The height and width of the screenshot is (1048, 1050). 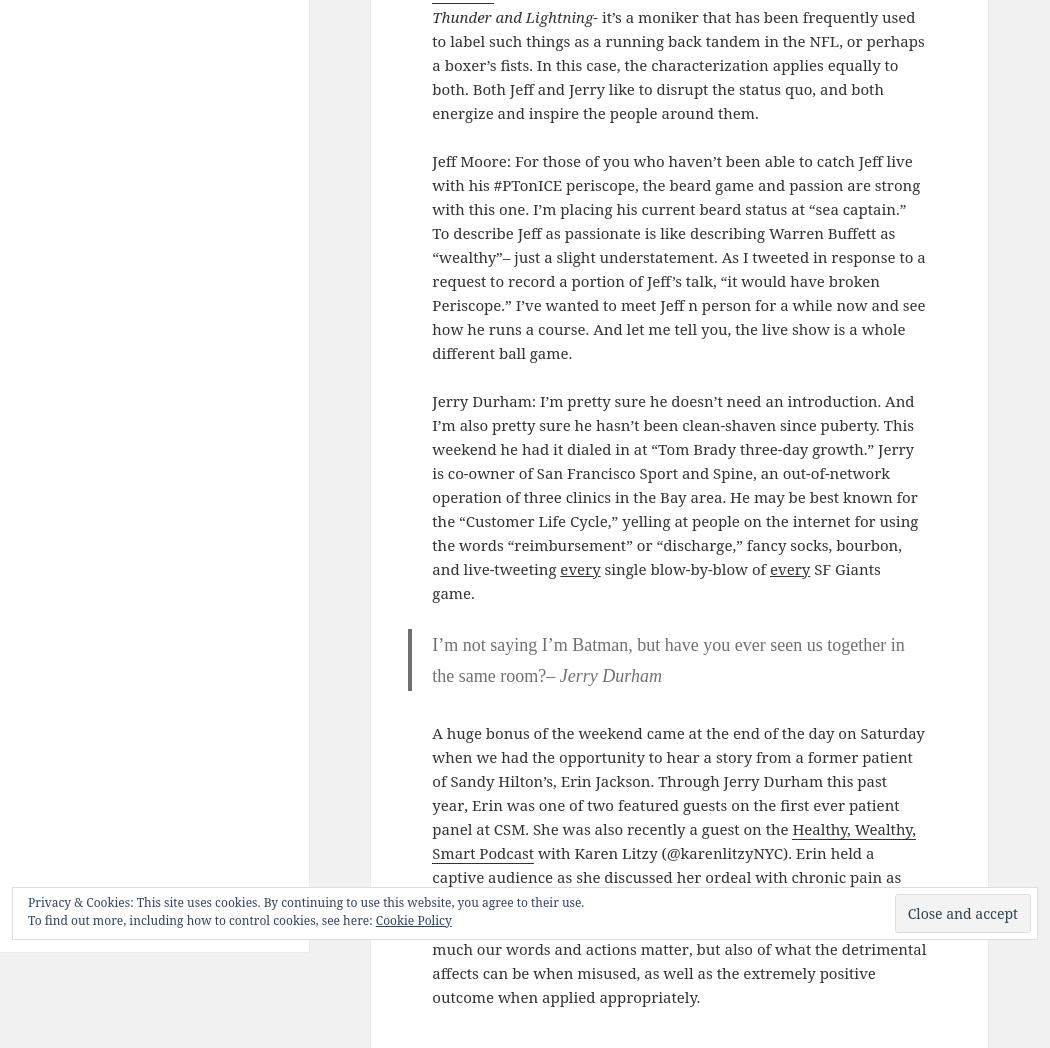 I want to click on 'Jerry Durham: I’m pretty sure he doesn’t need an introduction. And I’m also pretty sure he hasn’t been clean-shaven since puberty. This weekend he had it dialed in at “Tom Brady three-day growth.” Jerry is co-owner of San Francisco Sport and Spine, an out-of-network operation of three clinics in the Bay area. He may be best known for the “Customer Life Cycle,” yelling at people on the internet for using the words “reimbursement” or “discharge,” fancy socks, bourbon, and live-tweeting', so click(x=430, y=483).